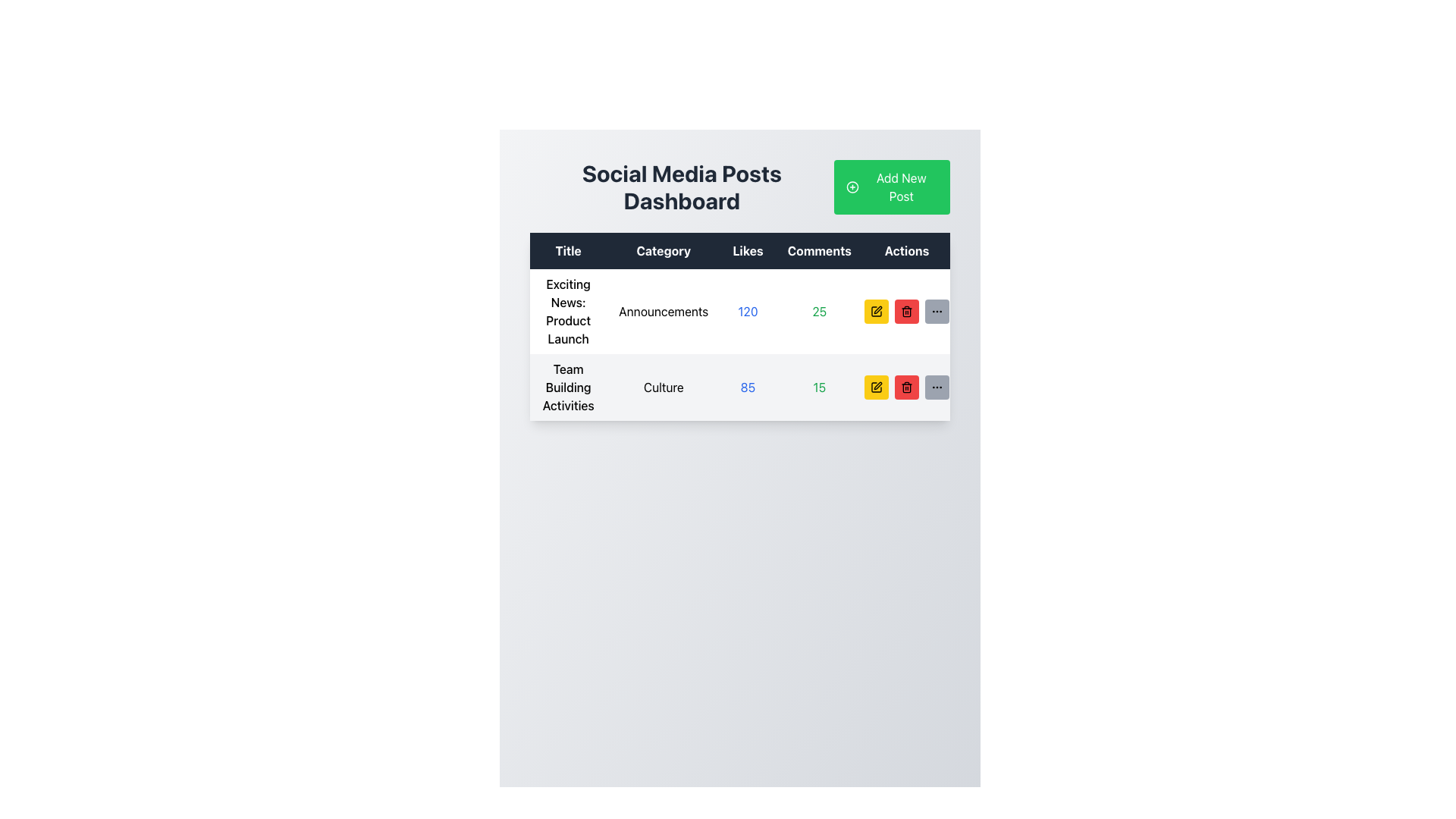 This screenshot has height=819, width=1456. I want to click on the delete icon in the Actions column of the table, located in the second row, so click(906, 386).